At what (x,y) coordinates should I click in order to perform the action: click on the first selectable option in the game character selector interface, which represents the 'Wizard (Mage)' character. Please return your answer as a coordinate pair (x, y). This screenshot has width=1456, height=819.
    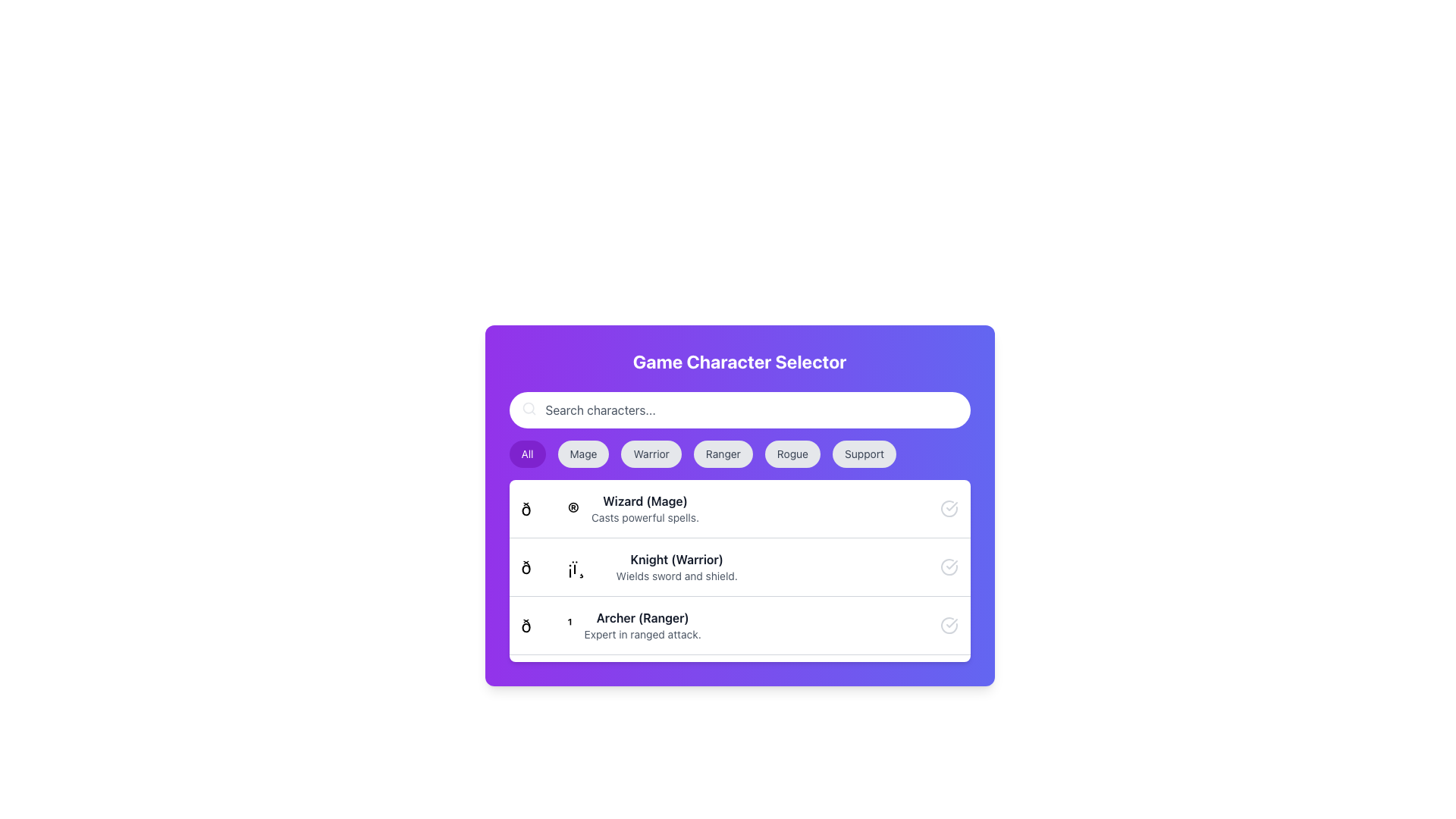
    Looking at the image, I should click on (610, 509).